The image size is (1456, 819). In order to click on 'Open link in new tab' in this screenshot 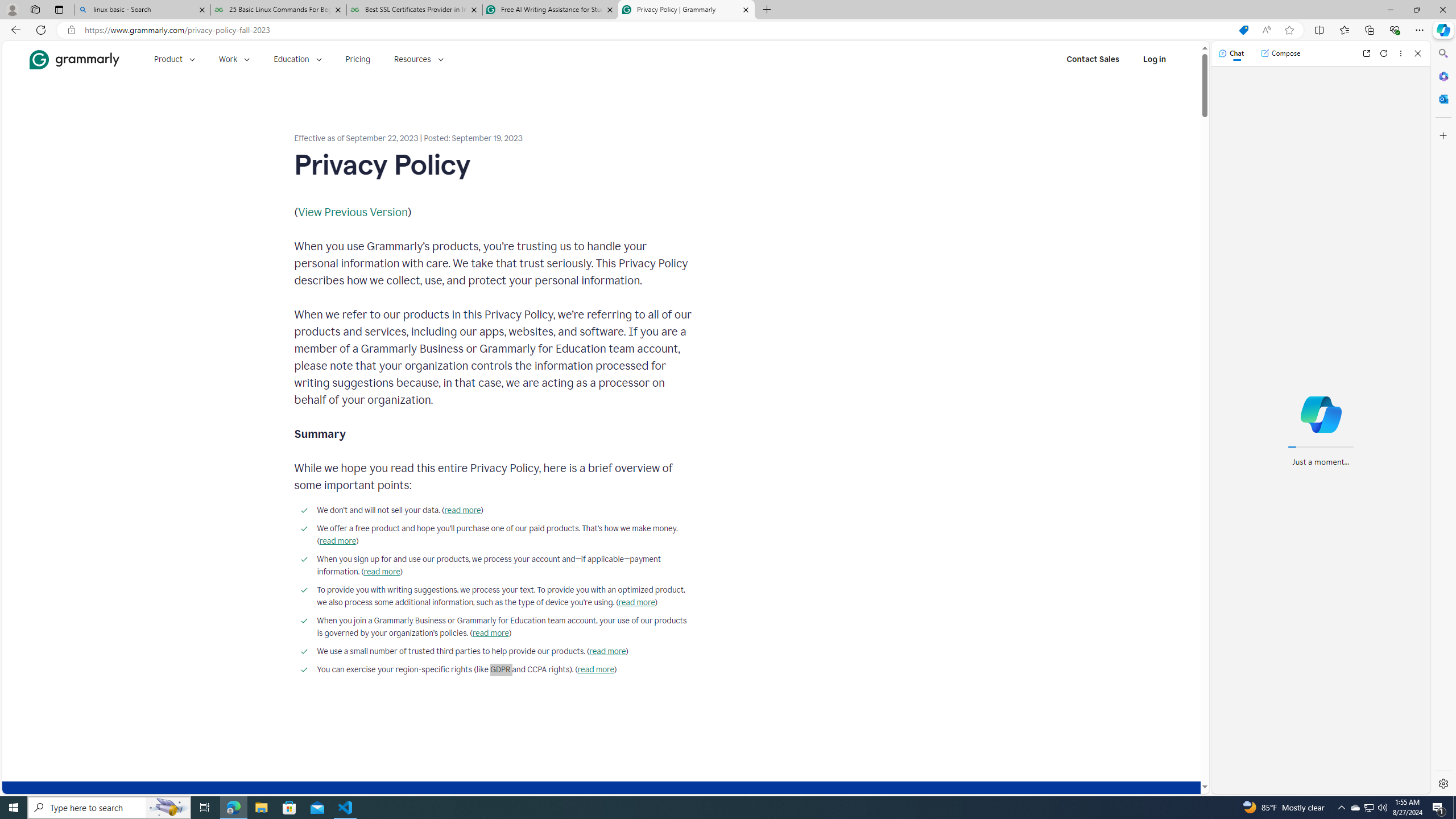, I will do `click(1366, 53)`.